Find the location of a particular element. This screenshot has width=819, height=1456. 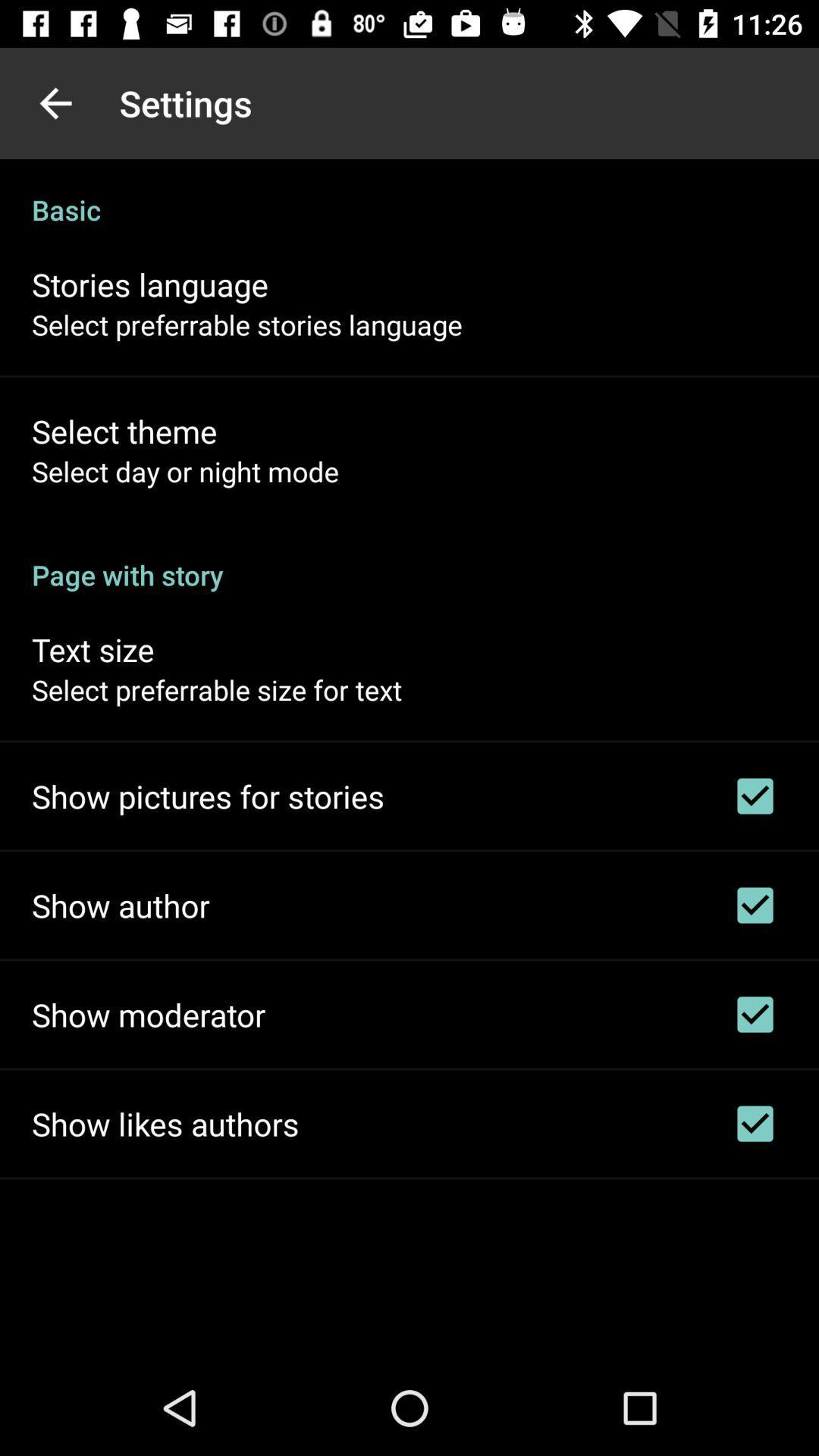

the icon above the text size is located at coordinates (409, 558).